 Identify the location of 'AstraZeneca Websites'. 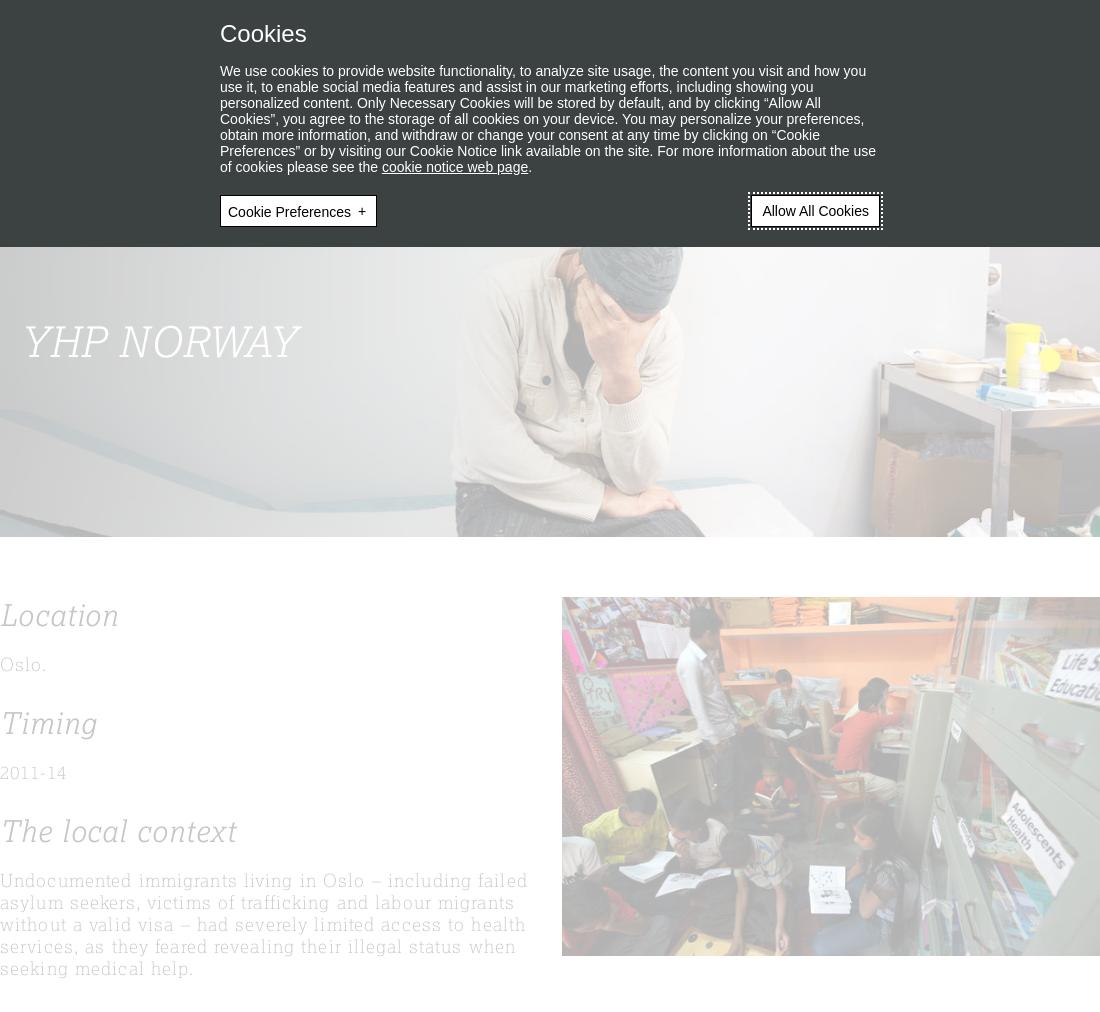
(825, 22).